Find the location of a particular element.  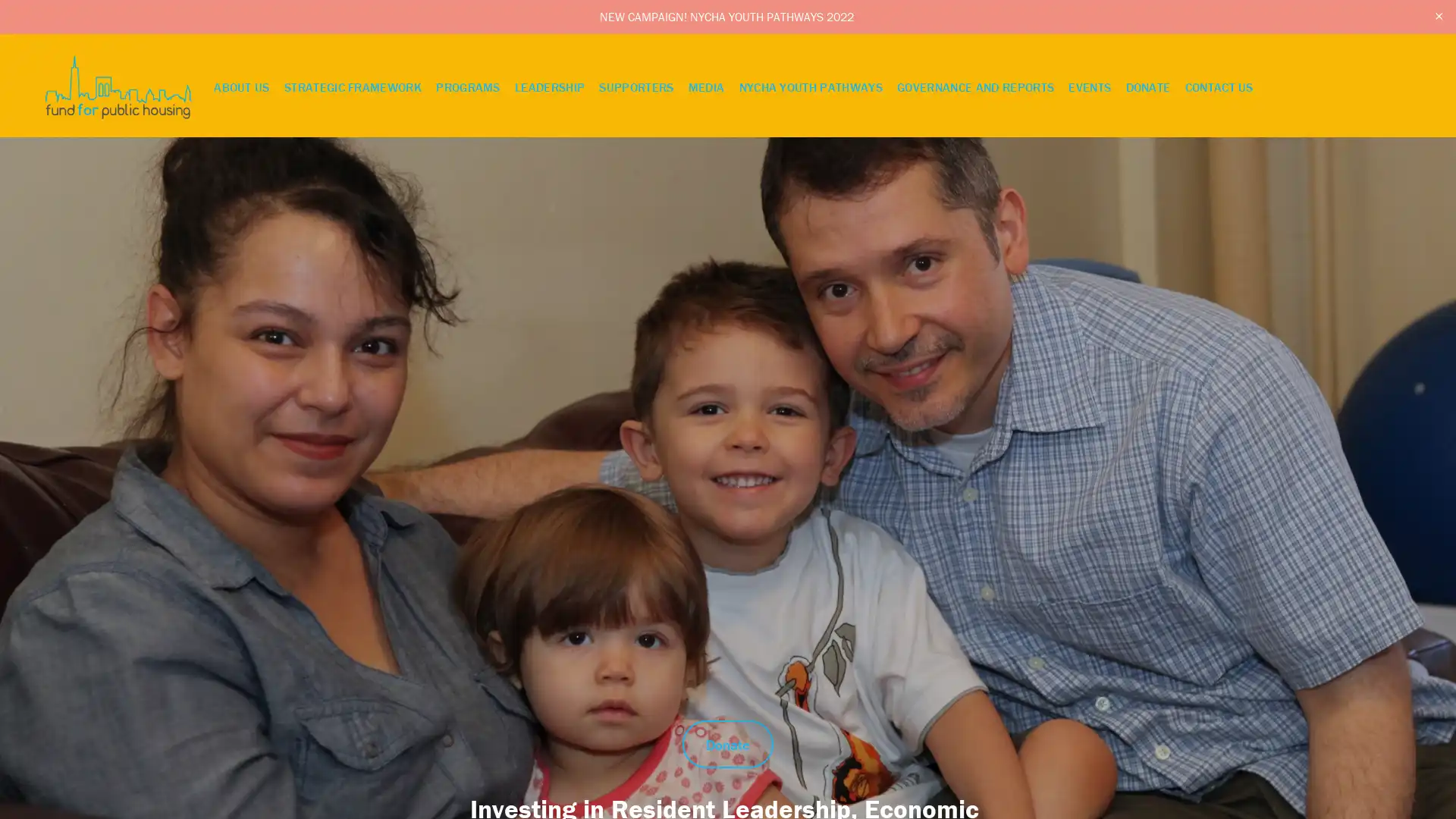

Support the Fund is located at coordinates (1339, 736).